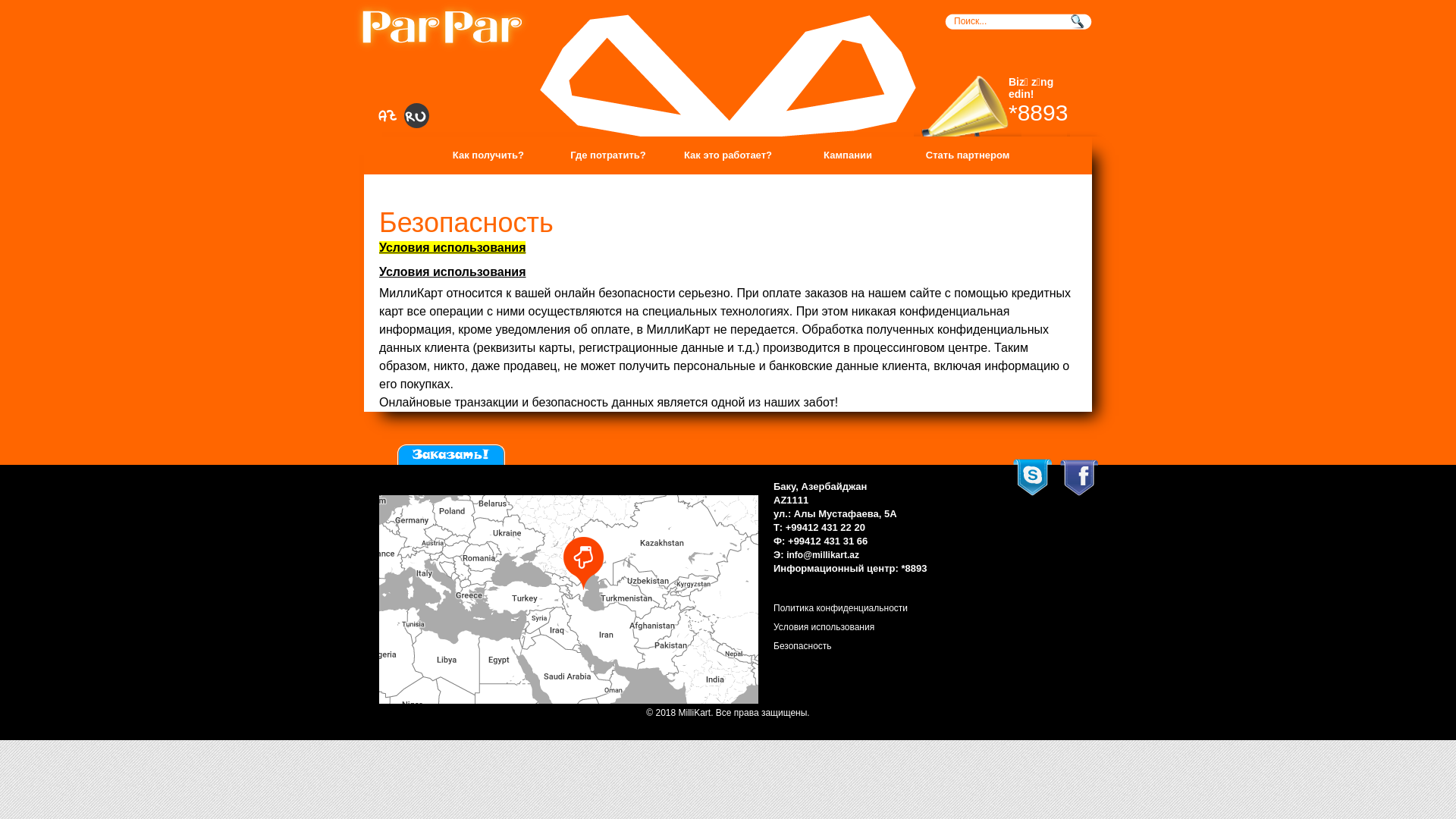  What do you see at coordinates (416, 115) in the screenshot?
I see `'Russian (RU)'` at bounding box center [416, 115].